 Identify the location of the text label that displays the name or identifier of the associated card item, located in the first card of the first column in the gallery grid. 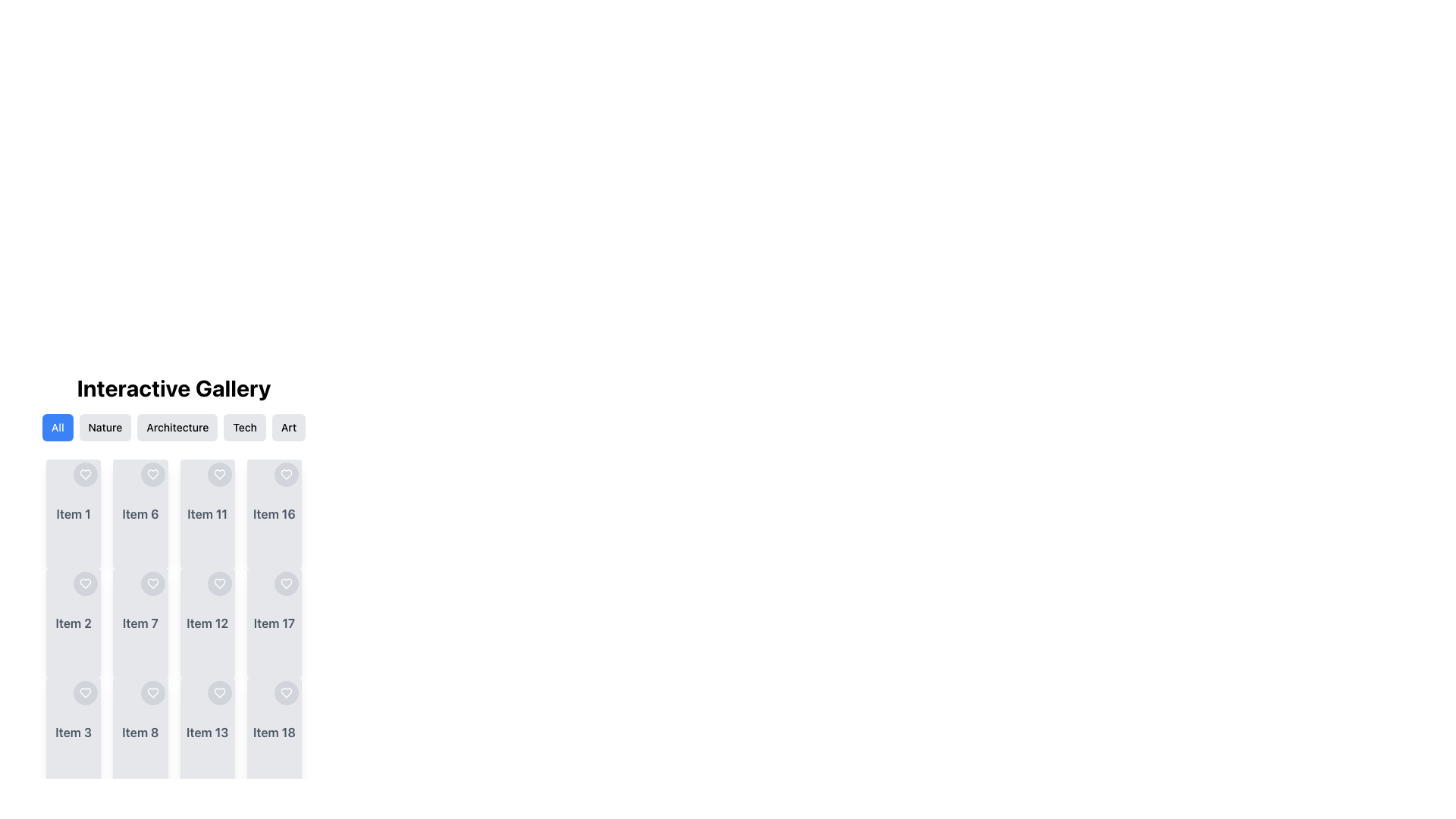
(73, 513).